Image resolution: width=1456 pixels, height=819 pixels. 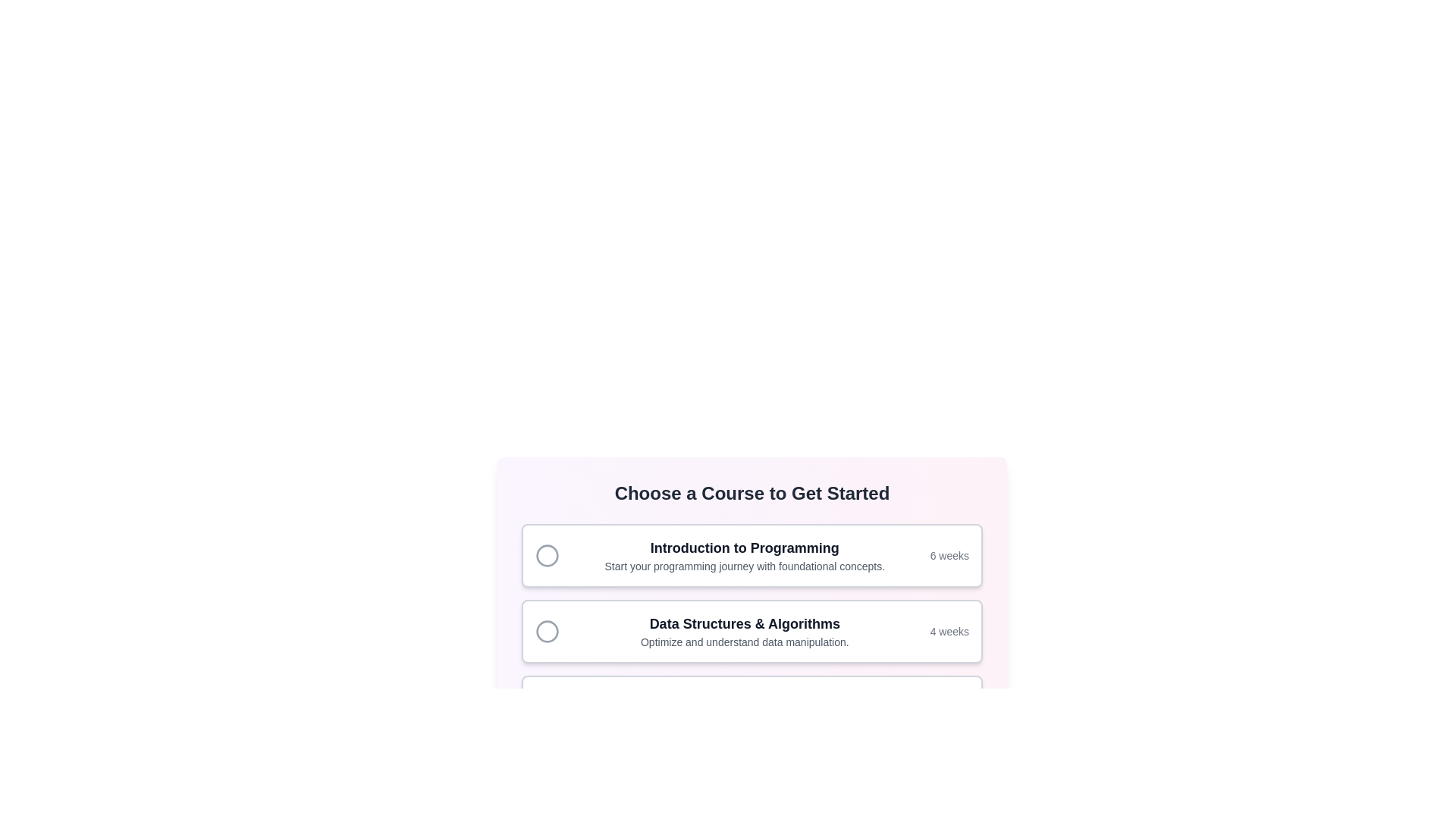 I want to click on text label that identifies the course option, positioned above the paragraph stating 'Optimize and understand data manipulation.' in the second card of the vertical stack, so click(x=745, y=623).